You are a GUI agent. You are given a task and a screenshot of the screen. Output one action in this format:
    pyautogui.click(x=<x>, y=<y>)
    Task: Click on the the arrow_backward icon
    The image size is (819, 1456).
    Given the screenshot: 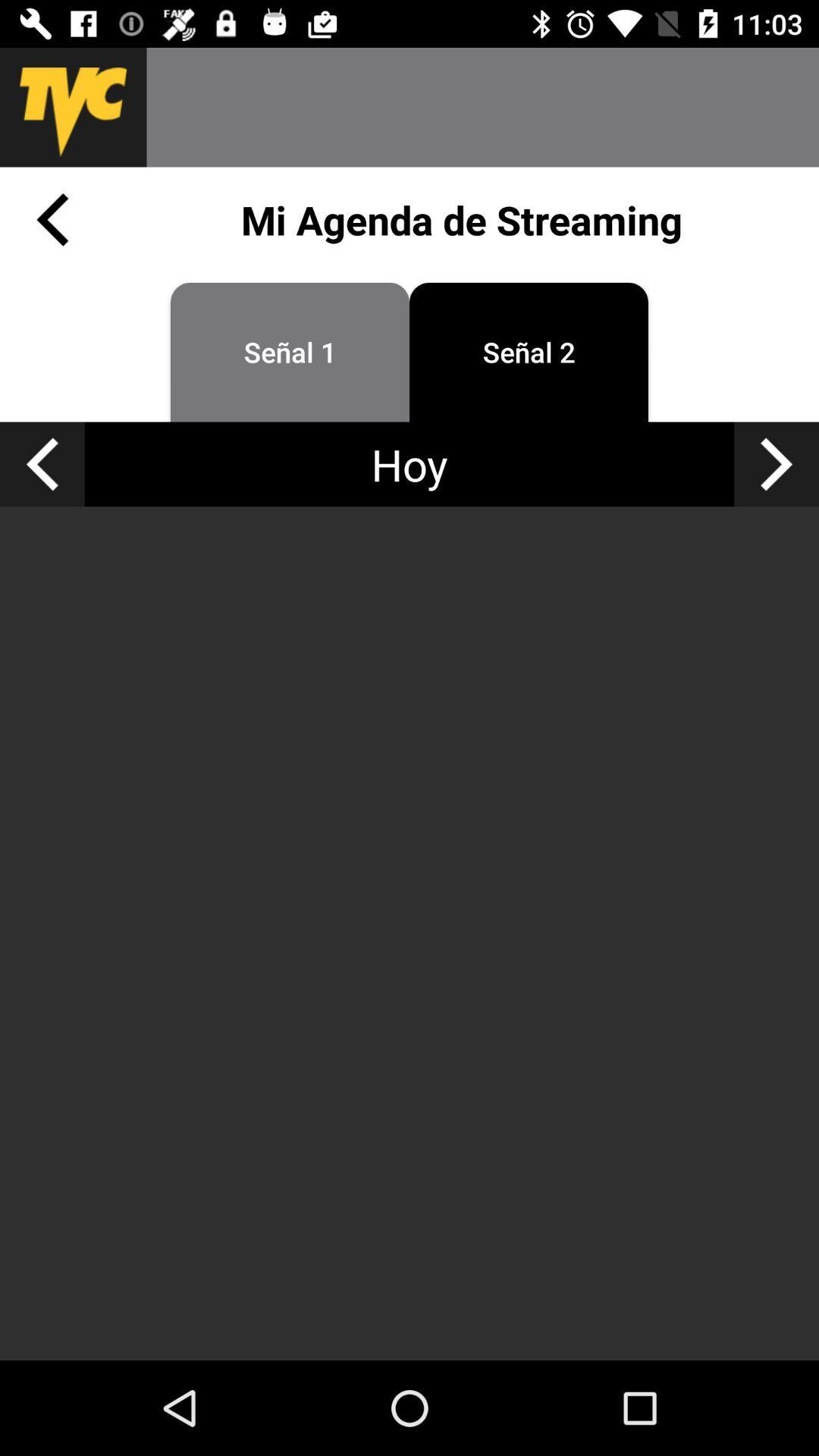 What is the action you would take?
    pyautogui.click(x=52, y=218)
    